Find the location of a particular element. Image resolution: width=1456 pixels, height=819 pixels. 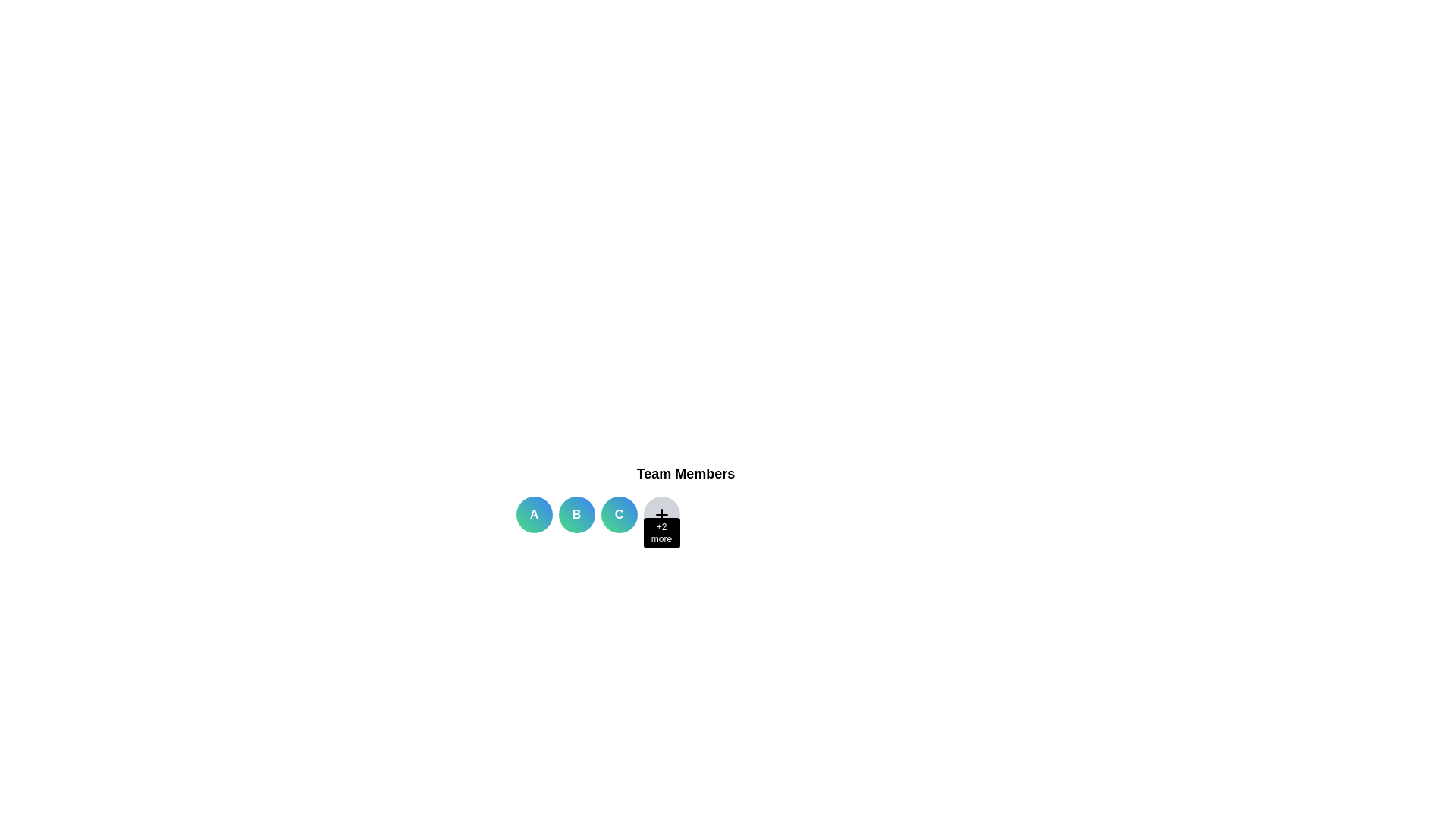

the third circle in the horizontal sequence under 'Team Members' is located at coordinates (619, 513).